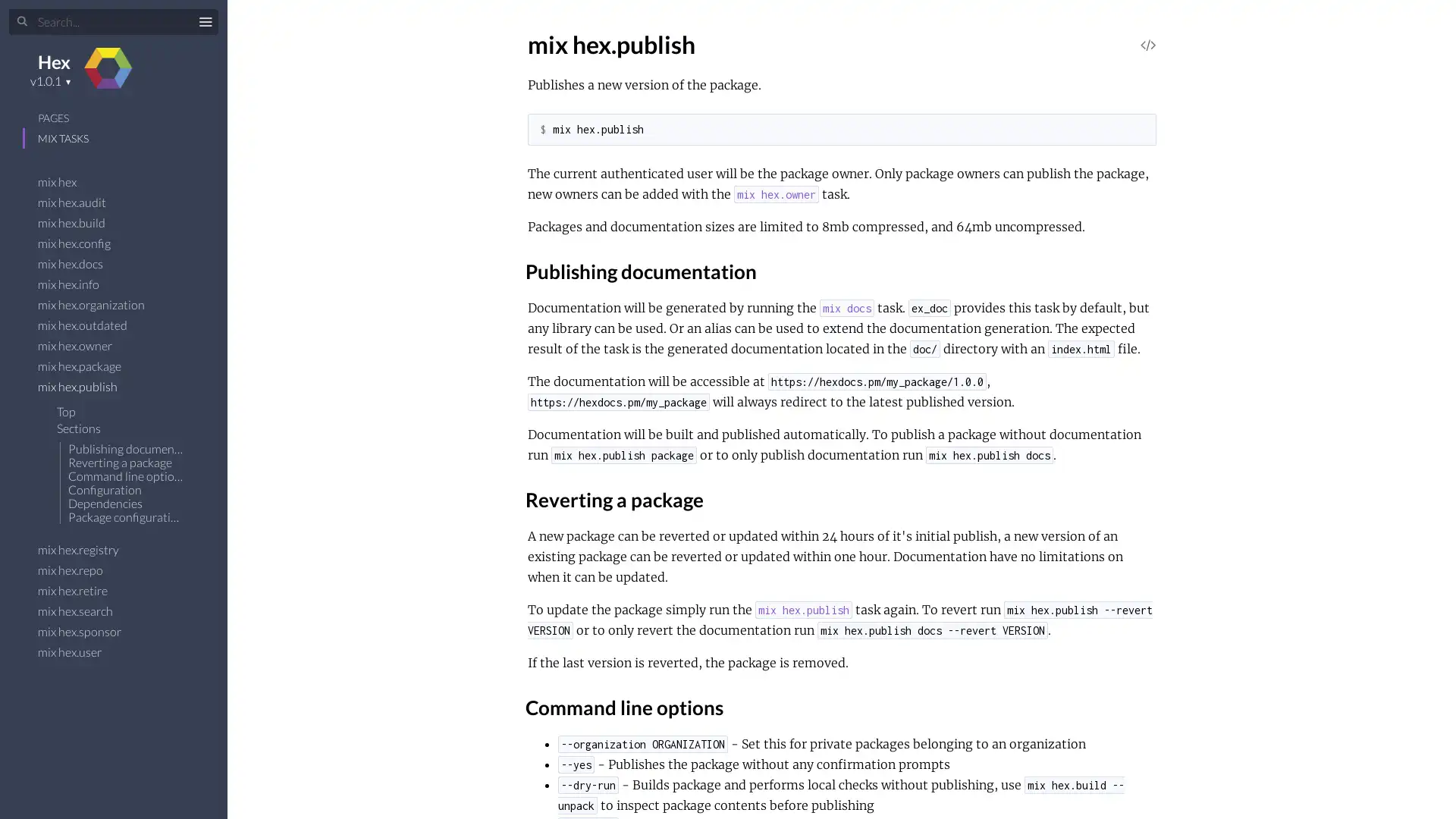 The image size is (1456, 819). Describe the element at coordinates (22, 22) in the screenshot. I see `Submit Search` at that location.